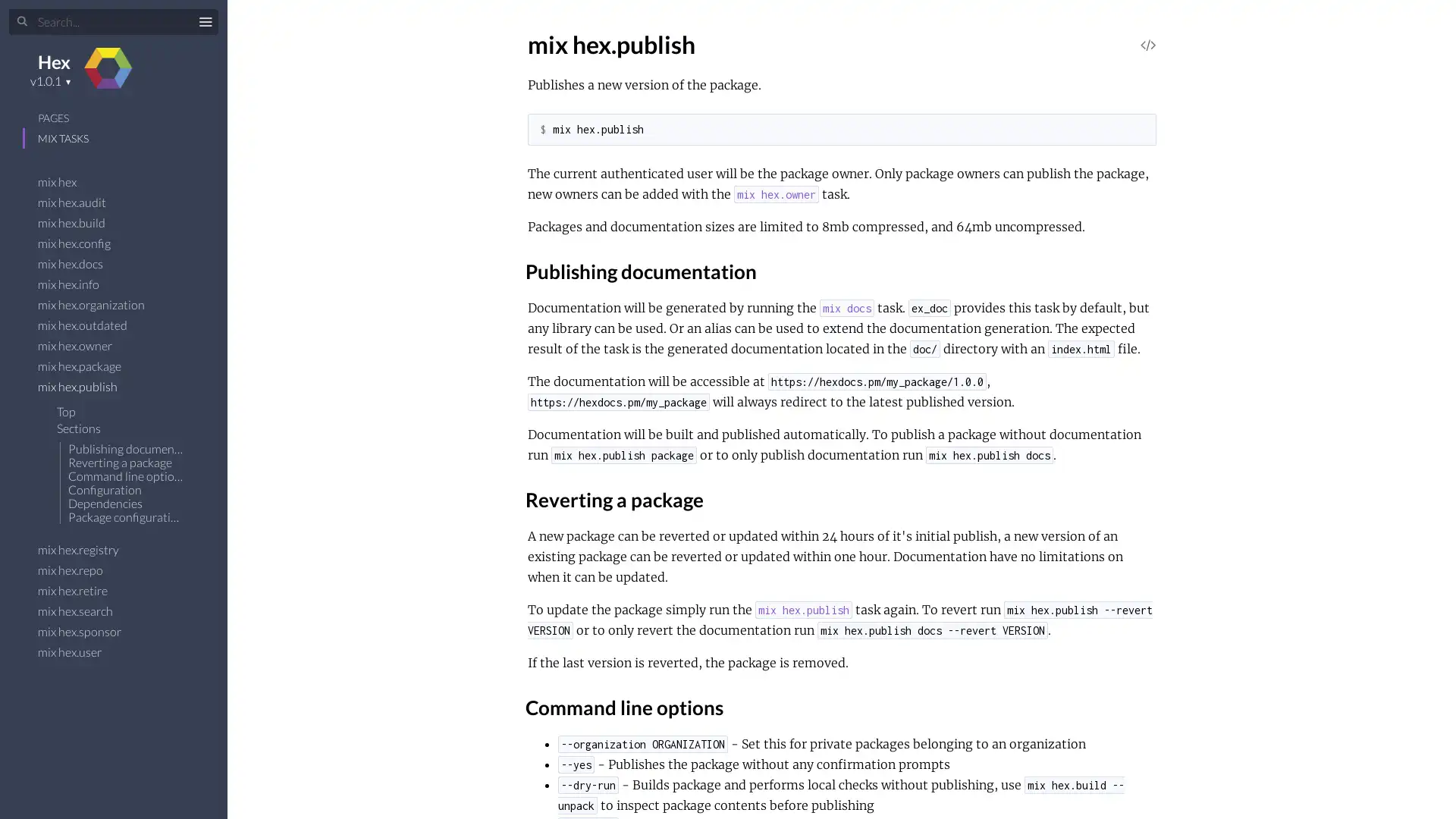 The image size is (1456, 819). Describe the element at coordinates (22, 22) in the screenshot. I see `Submit Search` at that location.